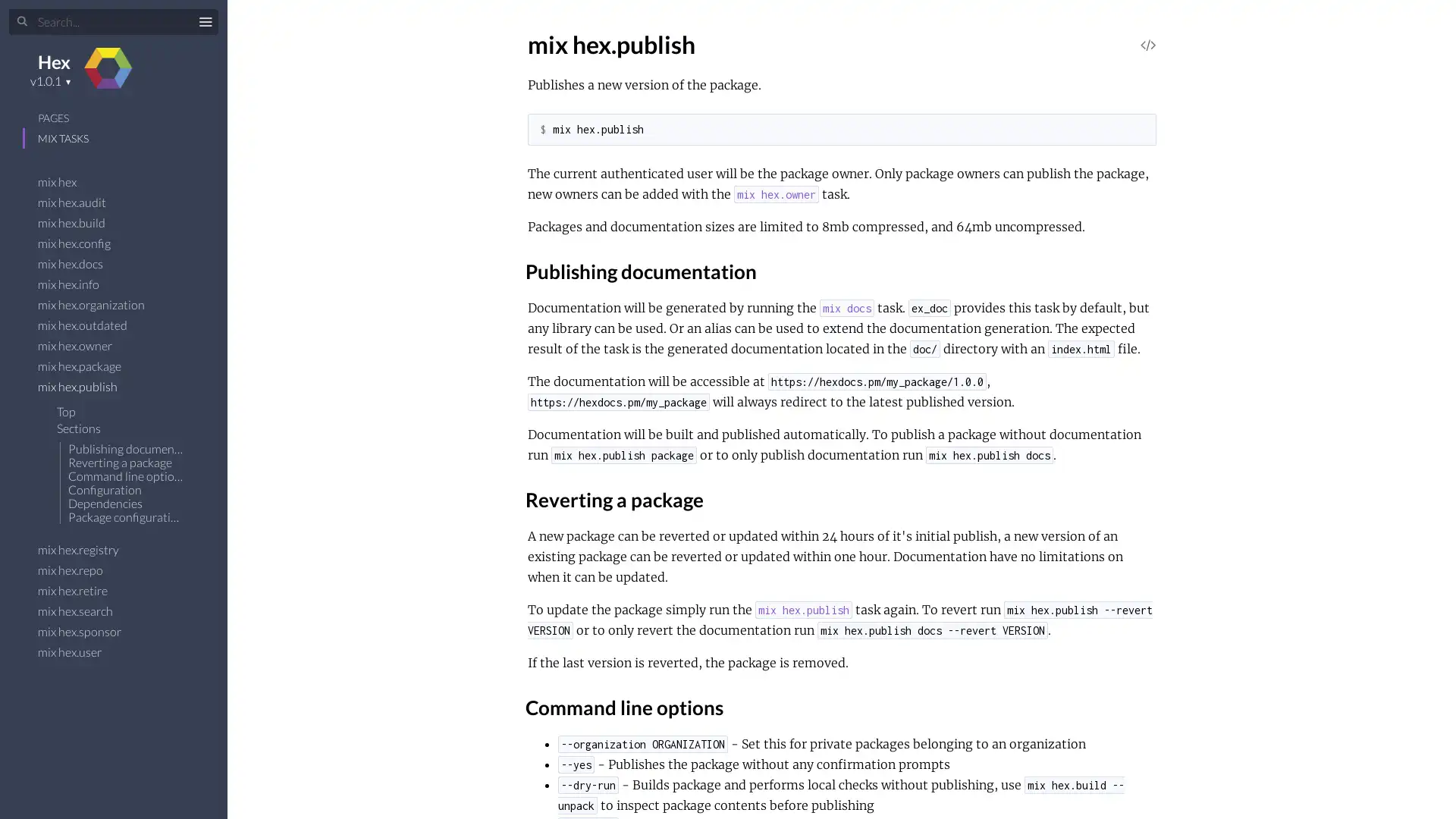 The image size is (1456, 819). Describe the element at coordinates (22, 22) in the screenshot. I see `Submit Search` at that location.